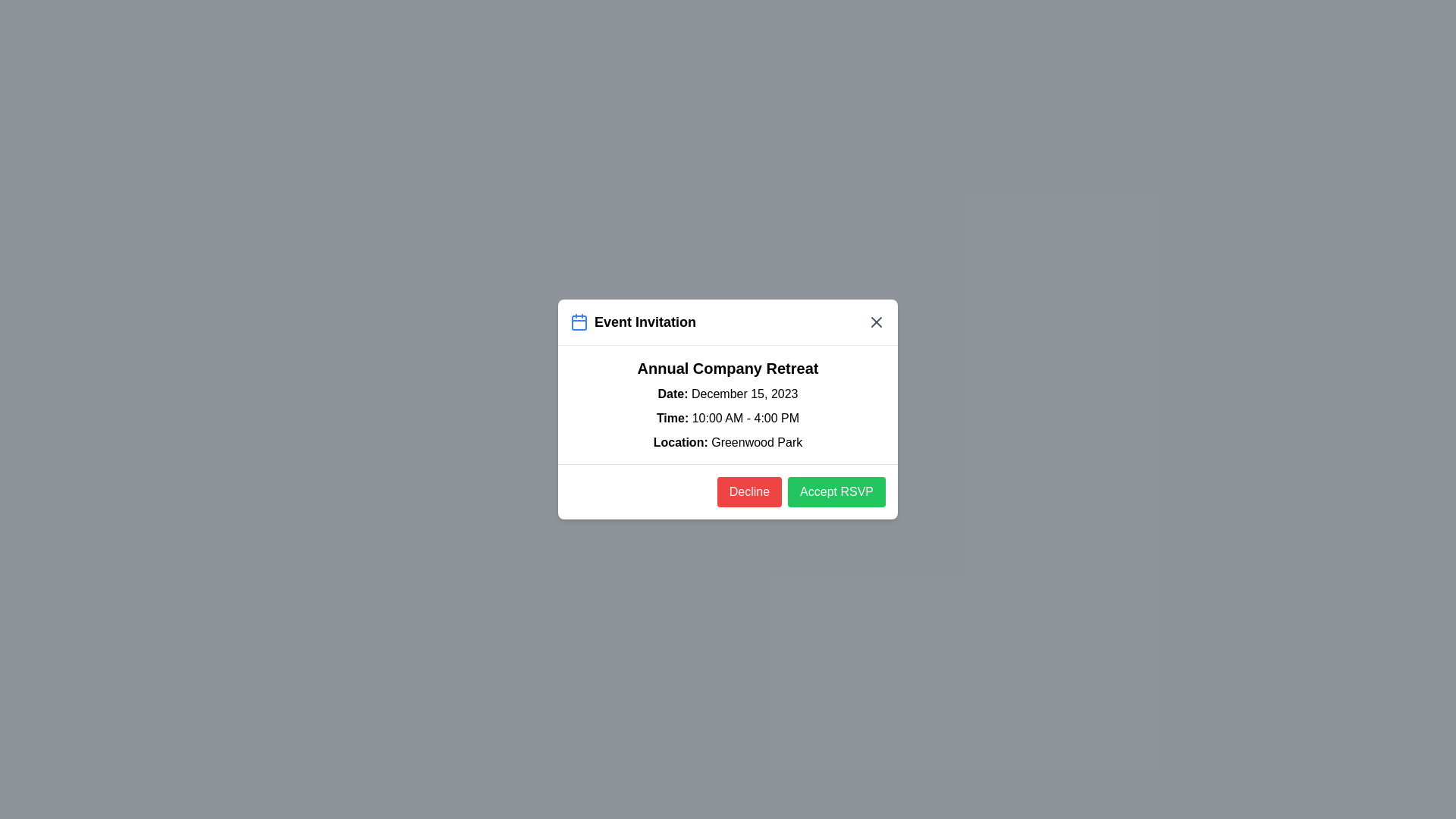 The image size is (1456, 819). Describe the element at coordinates (681, 442) in the screenshot. I see `the text label 'Location:' which is styled in bold and positioned above the location description 'Greenwood Park' within the modal dialog box` at that location.